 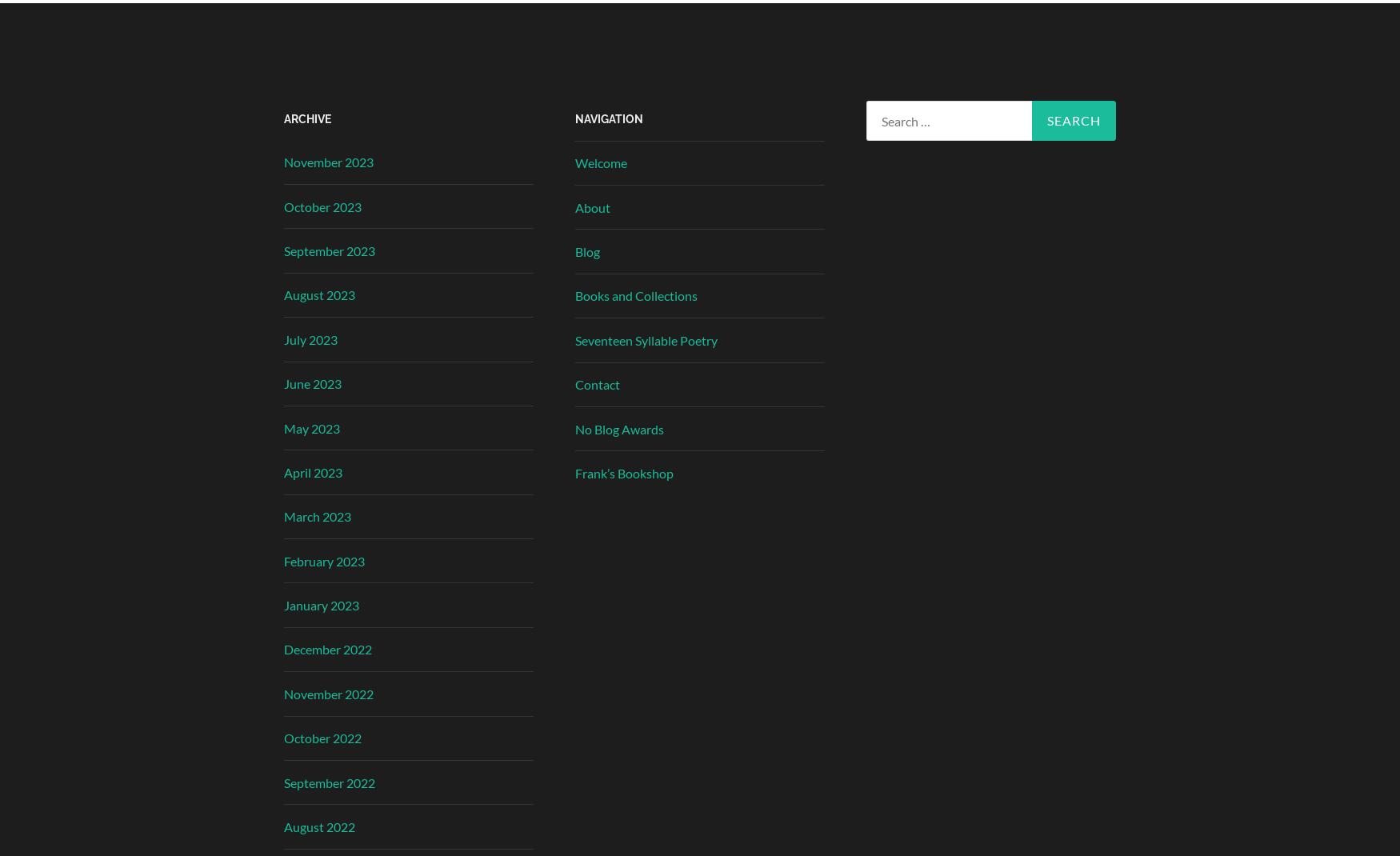 I want to click on 'August 2022', so click(x=318, y=826).